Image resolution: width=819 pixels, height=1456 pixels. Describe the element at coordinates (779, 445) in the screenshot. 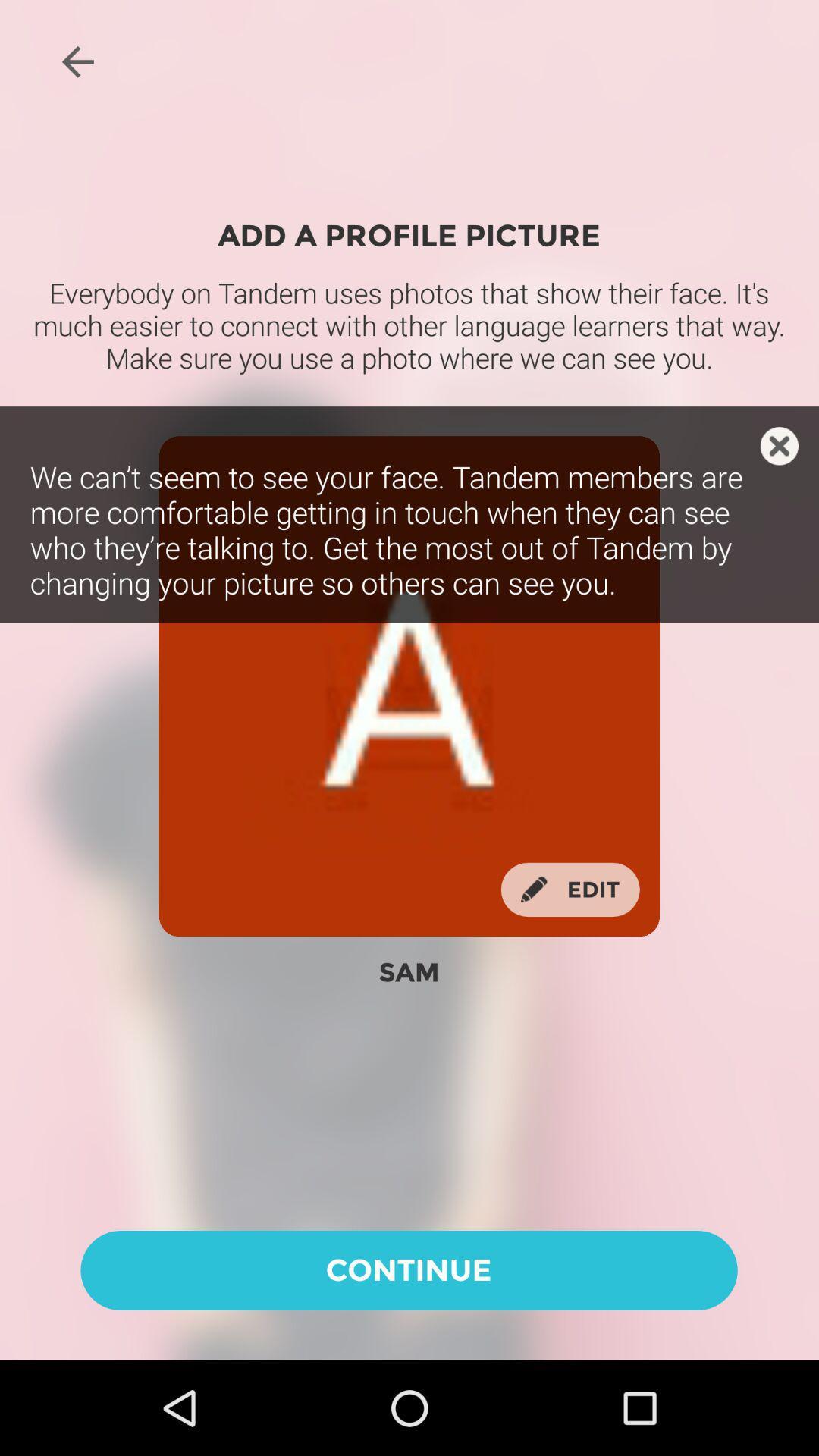

I see `caption` at that location.